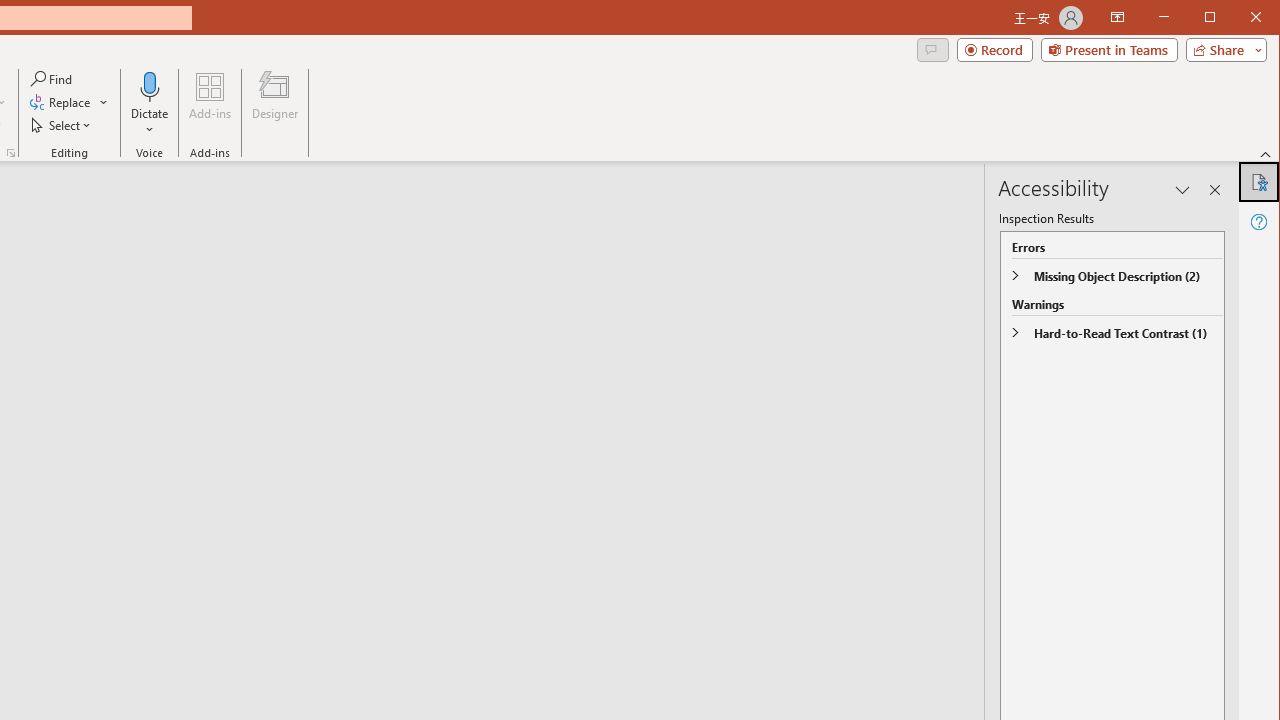 Image resolution: width=1280 pixels, height=720 pixels. What do you see at coordinates (69, 102) in the screenshot?
I see `'Replace...'` at bounding box center [69, 102].